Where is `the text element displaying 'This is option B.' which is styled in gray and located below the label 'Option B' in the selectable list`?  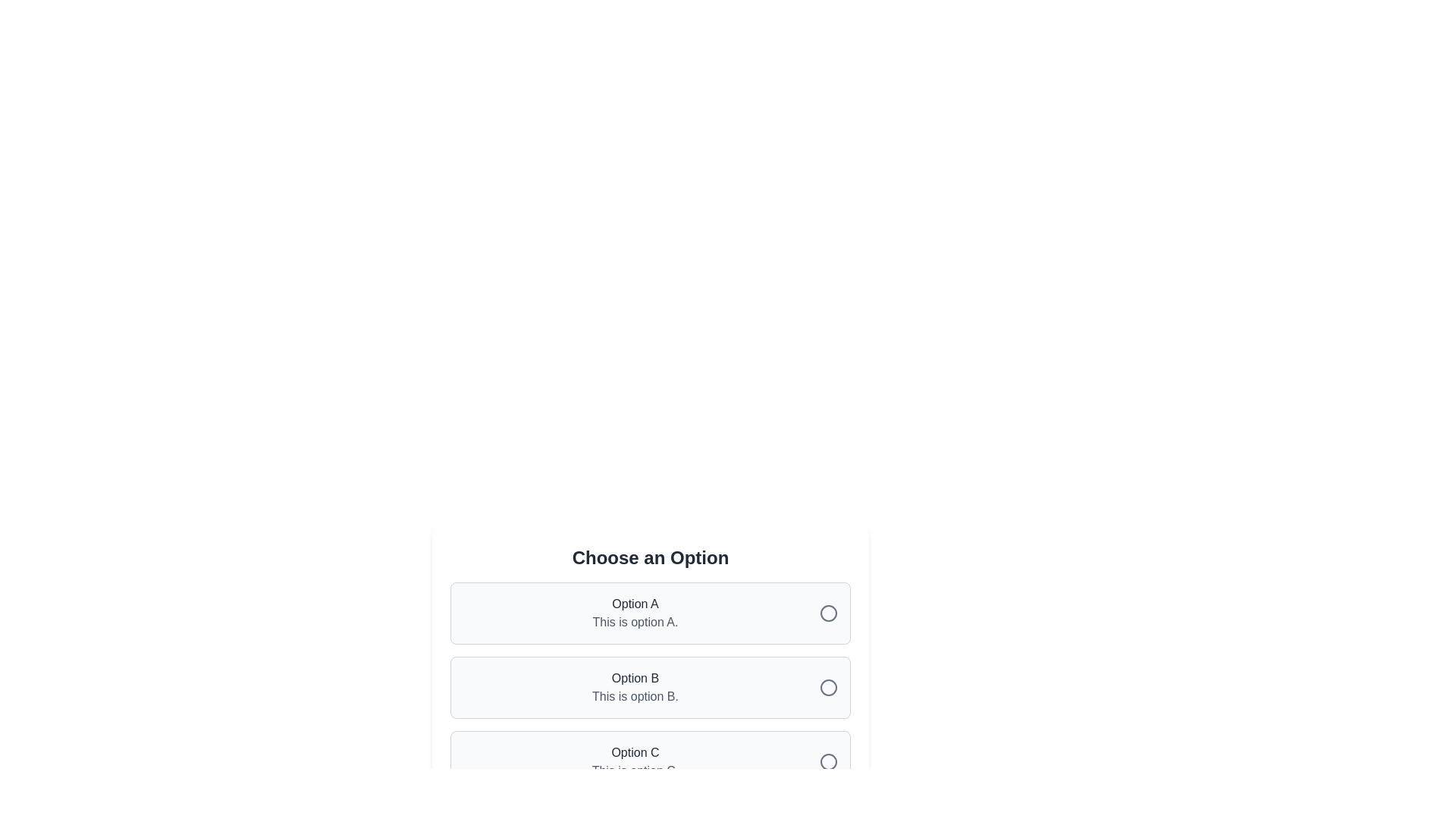
the text element displaying 'This is option B.' which is styled in gray and located below the label 'Option B' in the selectable list is located at coordinates (635, 696).